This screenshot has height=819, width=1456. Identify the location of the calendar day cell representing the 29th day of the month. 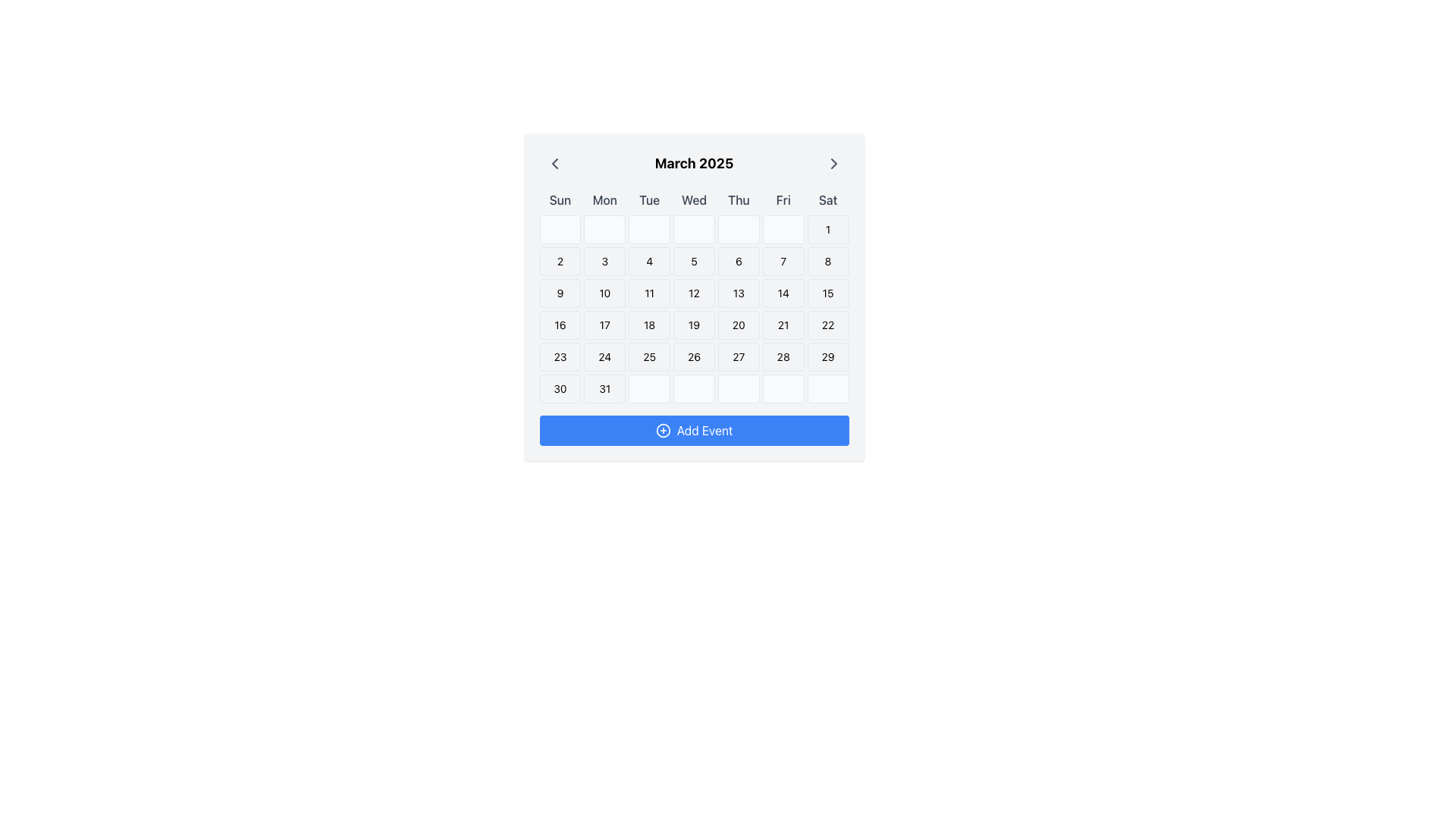
(827, 356).